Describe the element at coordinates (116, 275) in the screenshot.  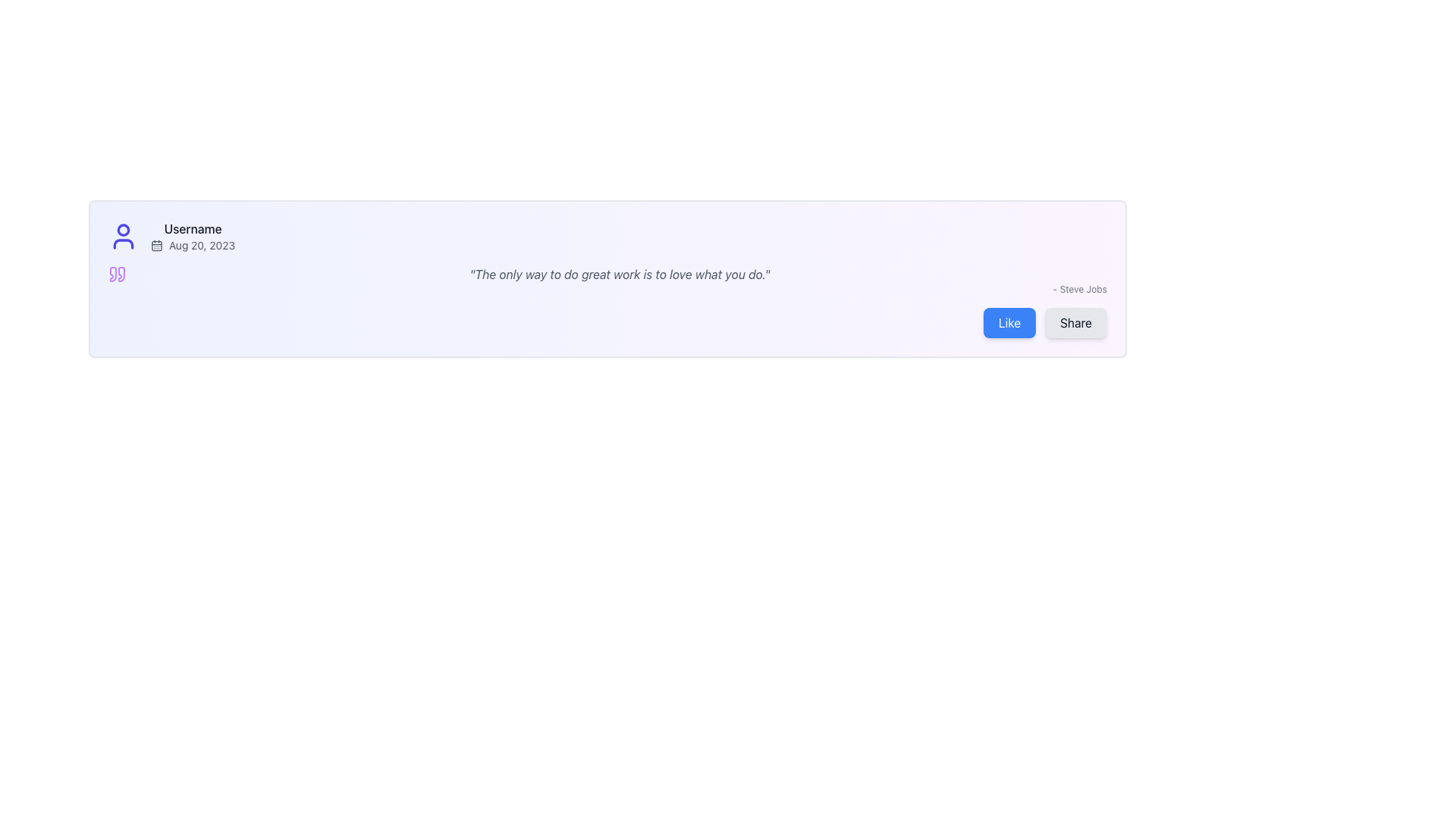
I see `the decorative quotation mark icon, which is an SVG element located to the left of the quote 'The only way to do great work is to love what you do.'` at that location.